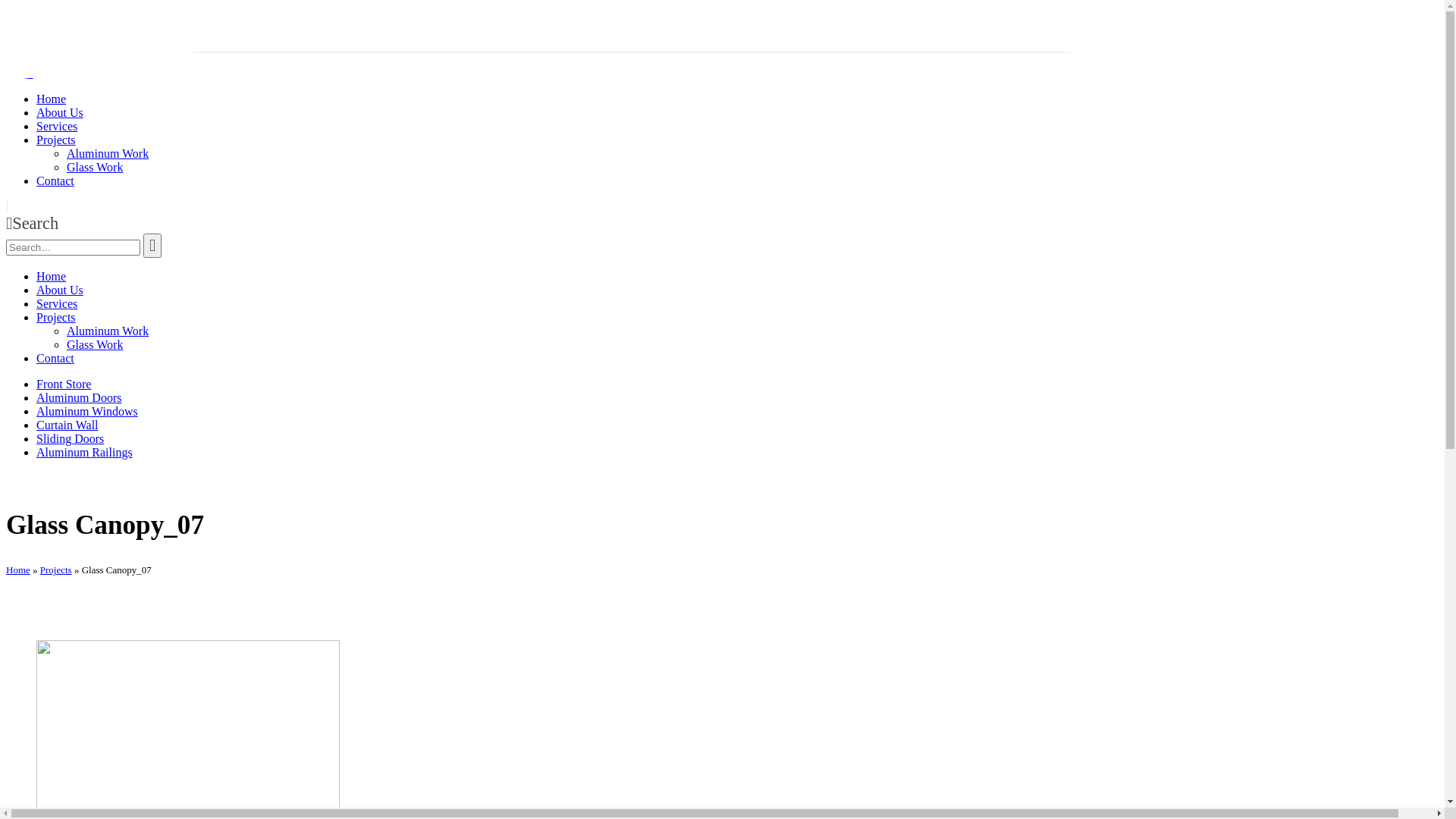 The image size is (1456, 819). What do you see at coordinates (78, 397) in the screenshot?
I see `'Aluminum Doors'` at bounding box center [78, 397].